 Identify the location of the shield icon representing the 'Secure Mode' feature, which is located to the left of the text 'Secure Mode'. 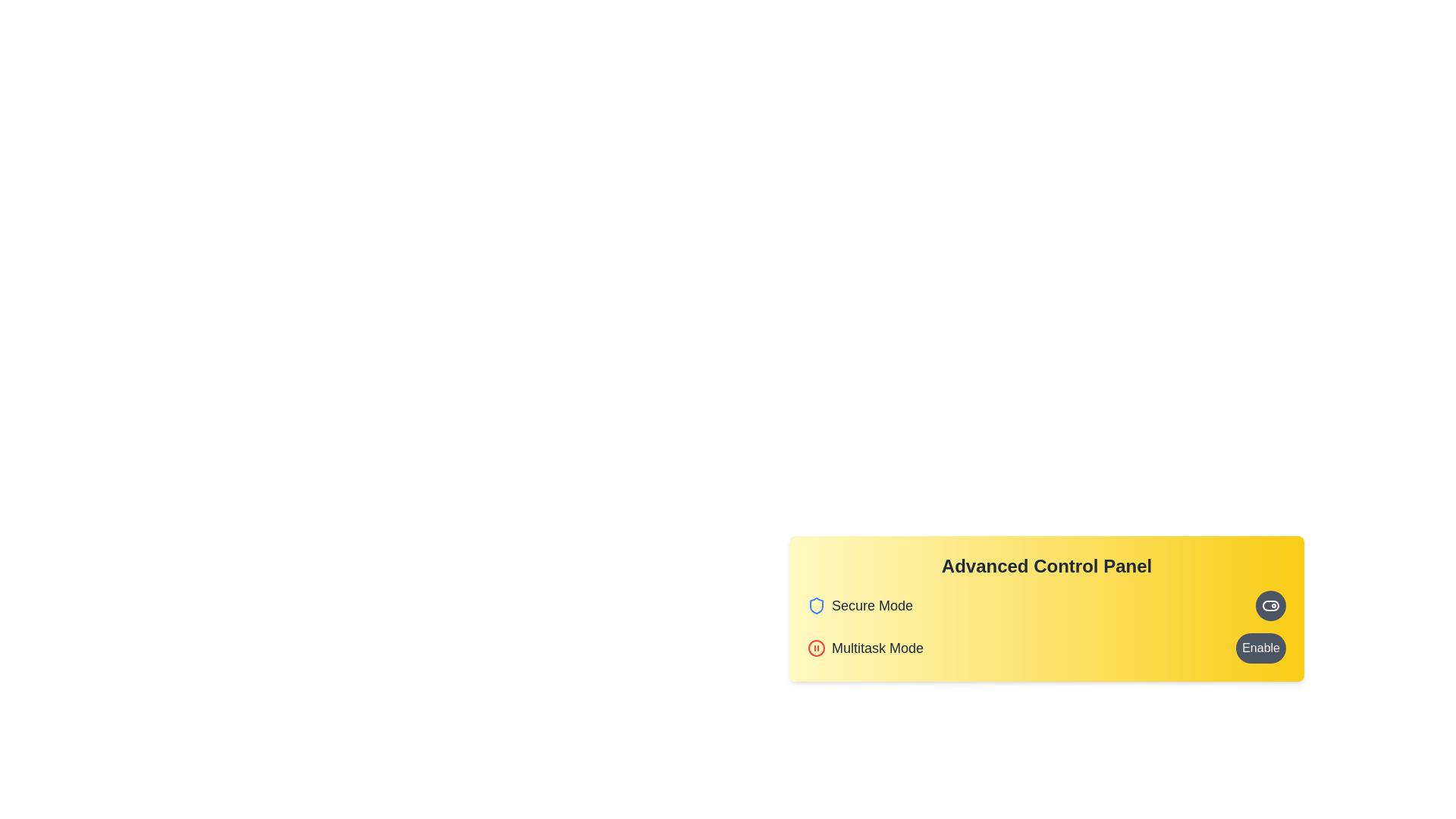
(815, 604).